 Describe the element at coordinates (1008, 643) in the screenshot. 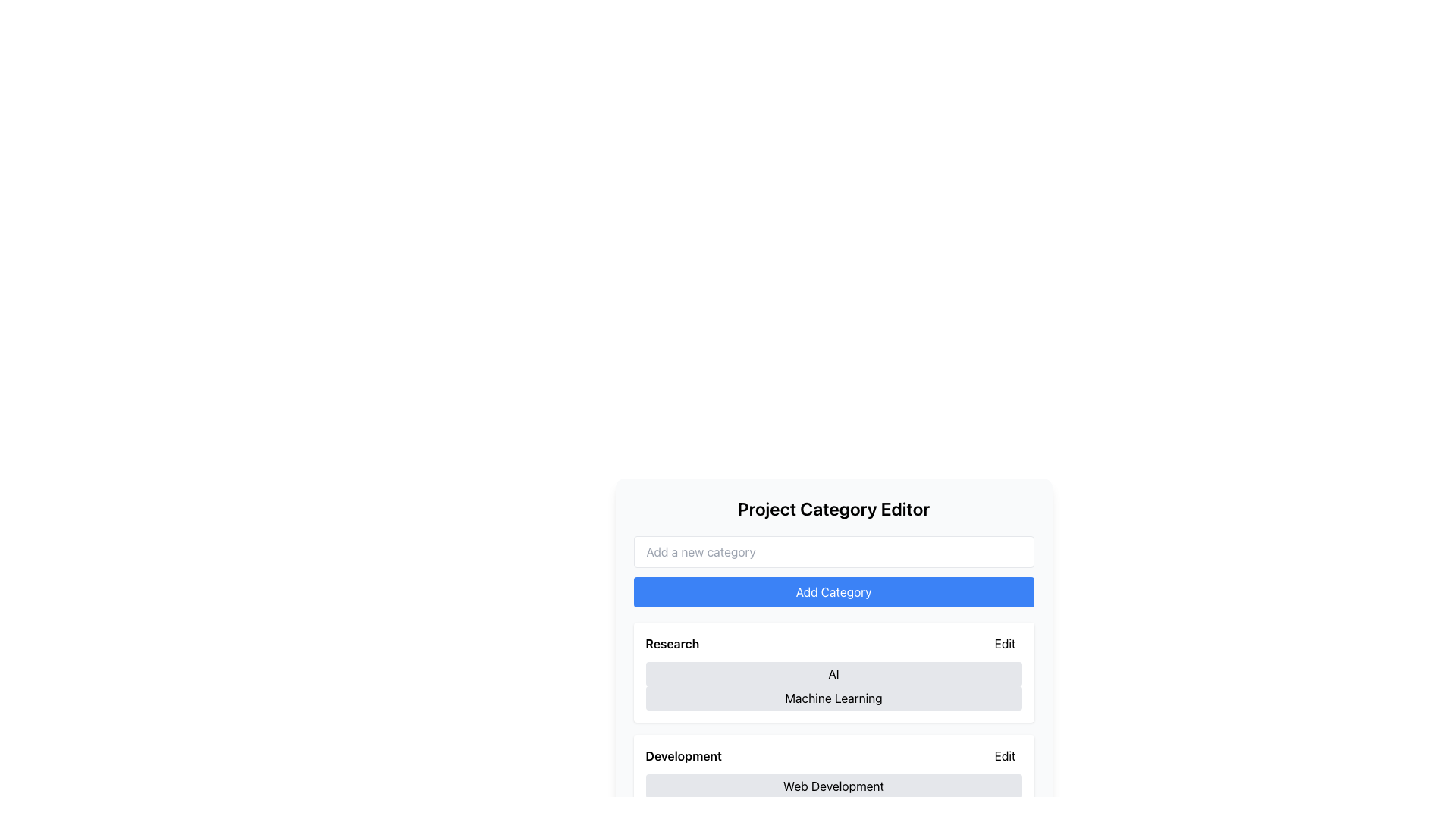

I see `the 'Edit' button located to the right of the 'Research' label` at that location.